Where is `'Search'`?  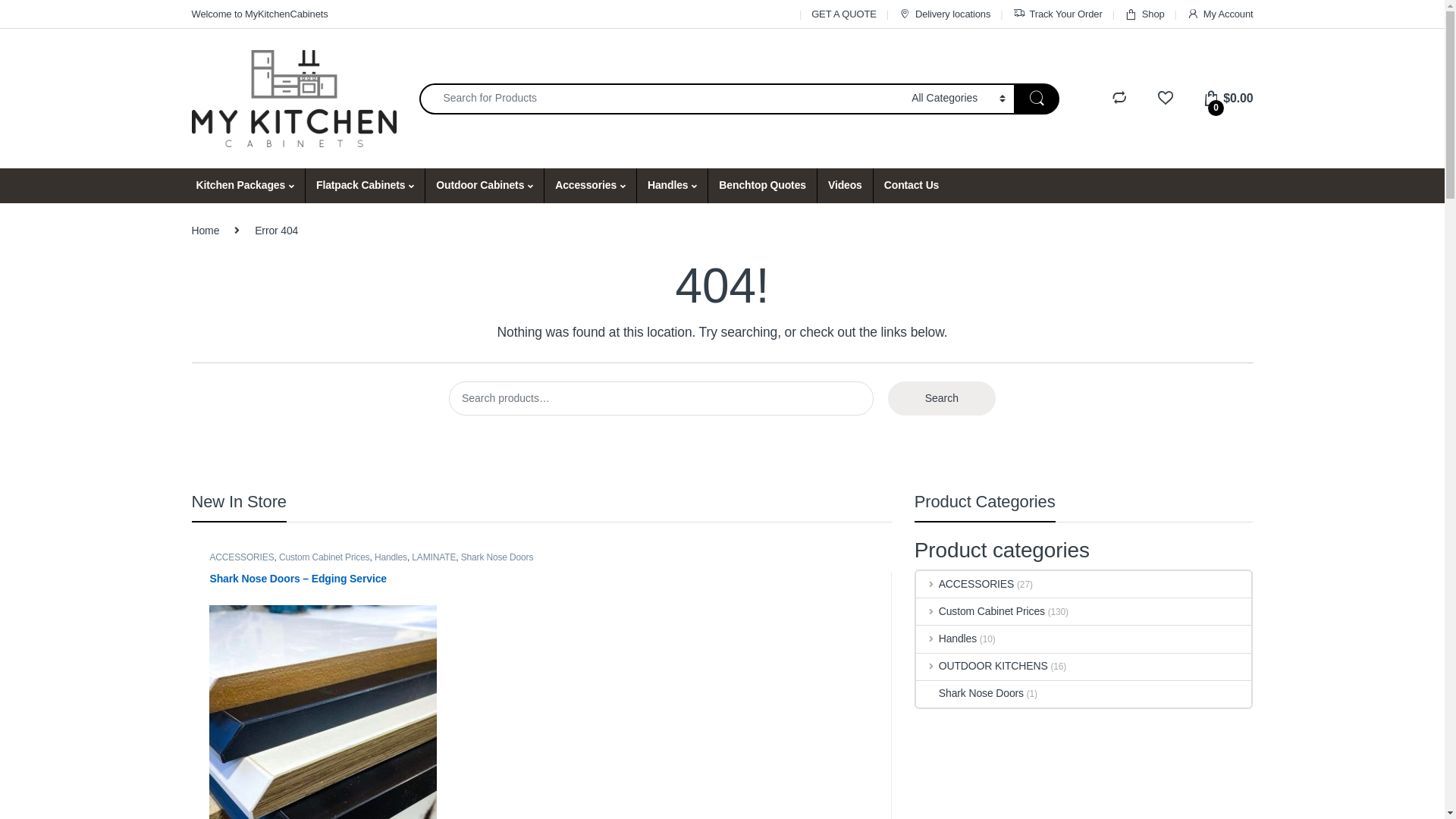
'Search' is located at coordinates (888, 397).